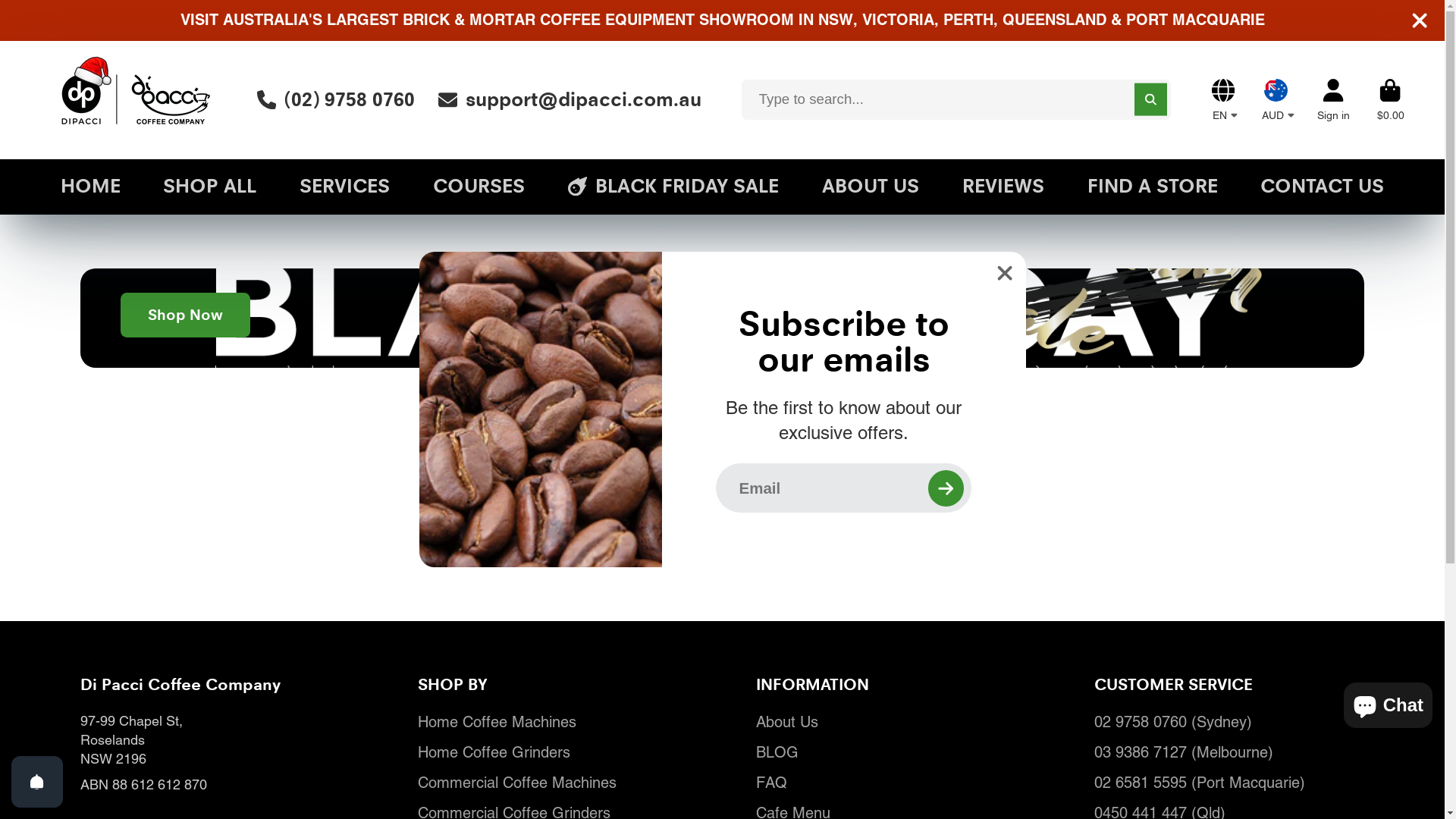 The height and width of the screenshot is (819, 1456). What do you see at coordinates (1003, 185) in the screenshot?
I see `'REVIEWS'` at bounding box center [1003, 185].